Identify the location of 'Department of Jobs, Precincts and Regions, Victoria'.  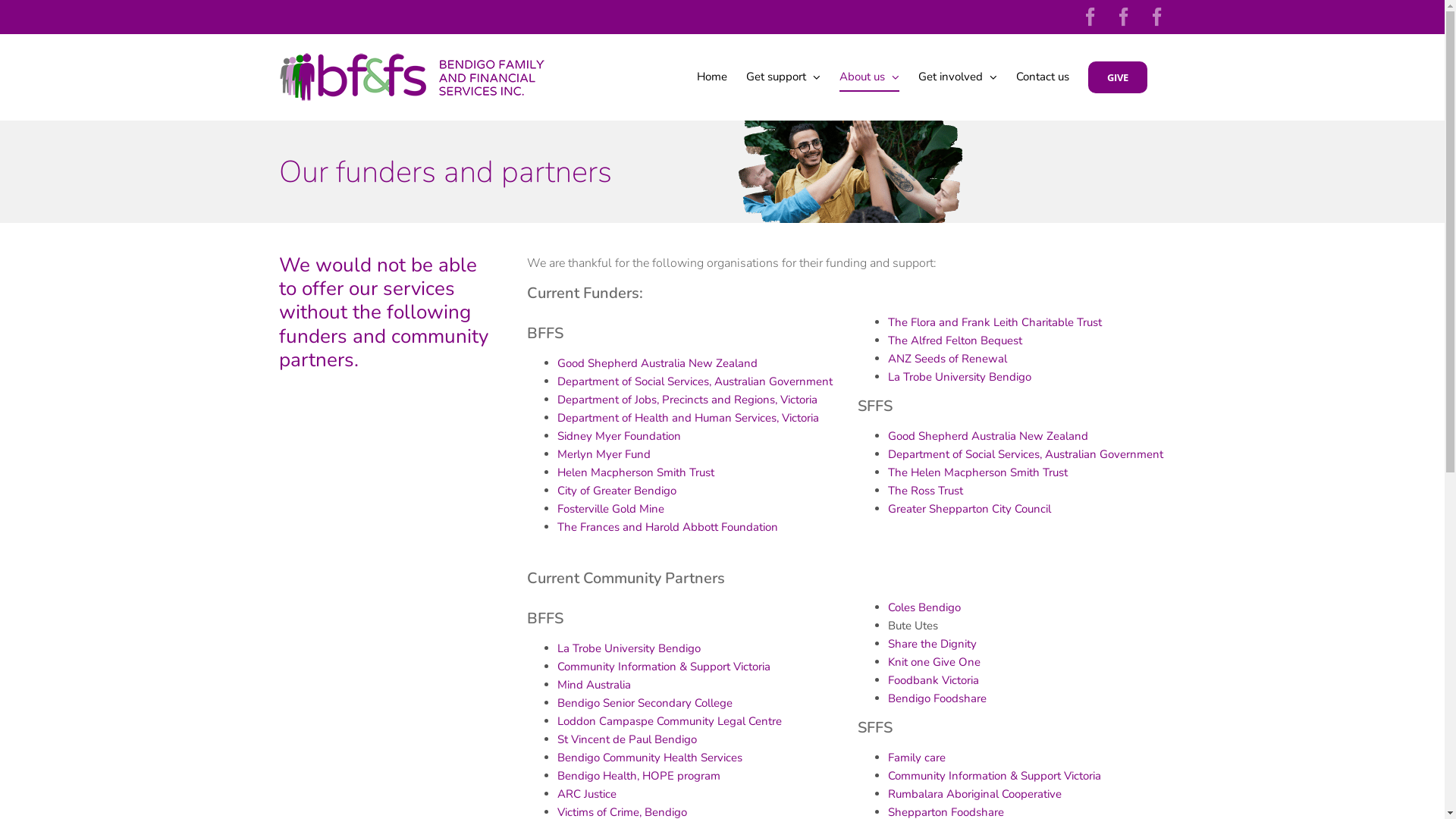
(686, 399).